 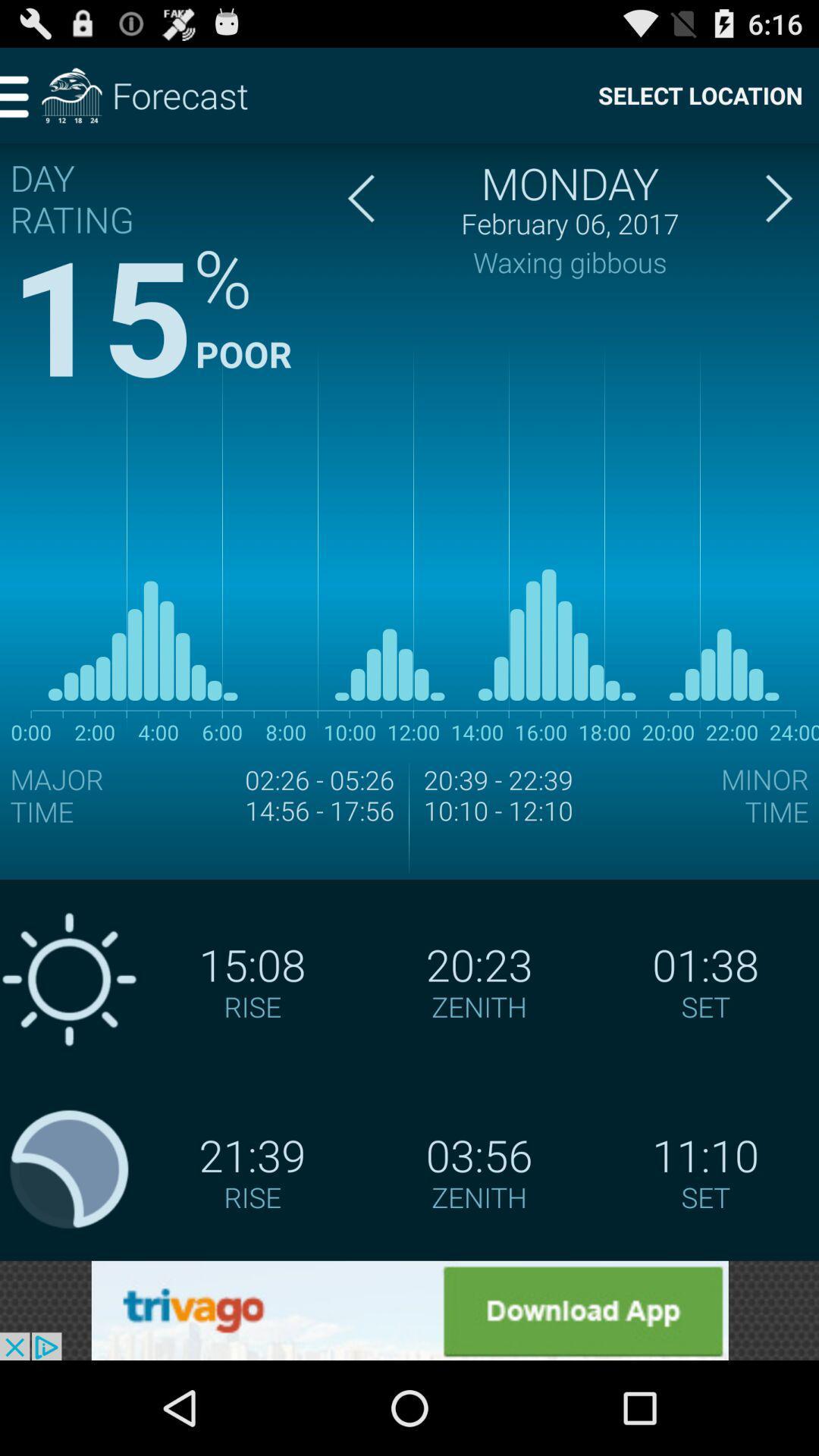 What do you see at coordinates (779, 212) in the screenshot?
I see `the arrow_forward icon` at bounding box center [779, 212].